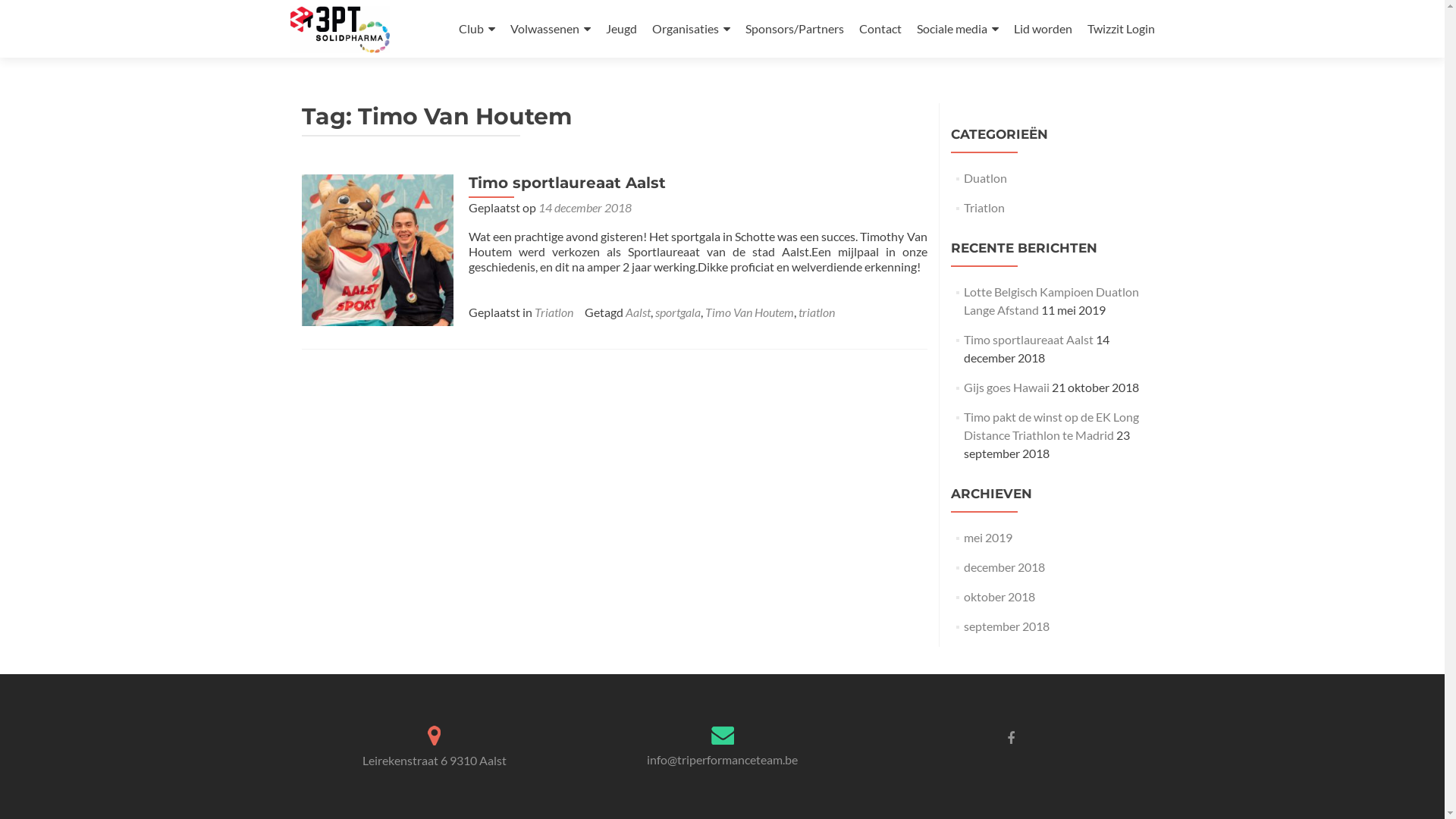  I want to click on 'Aalst', so click(637, 311).